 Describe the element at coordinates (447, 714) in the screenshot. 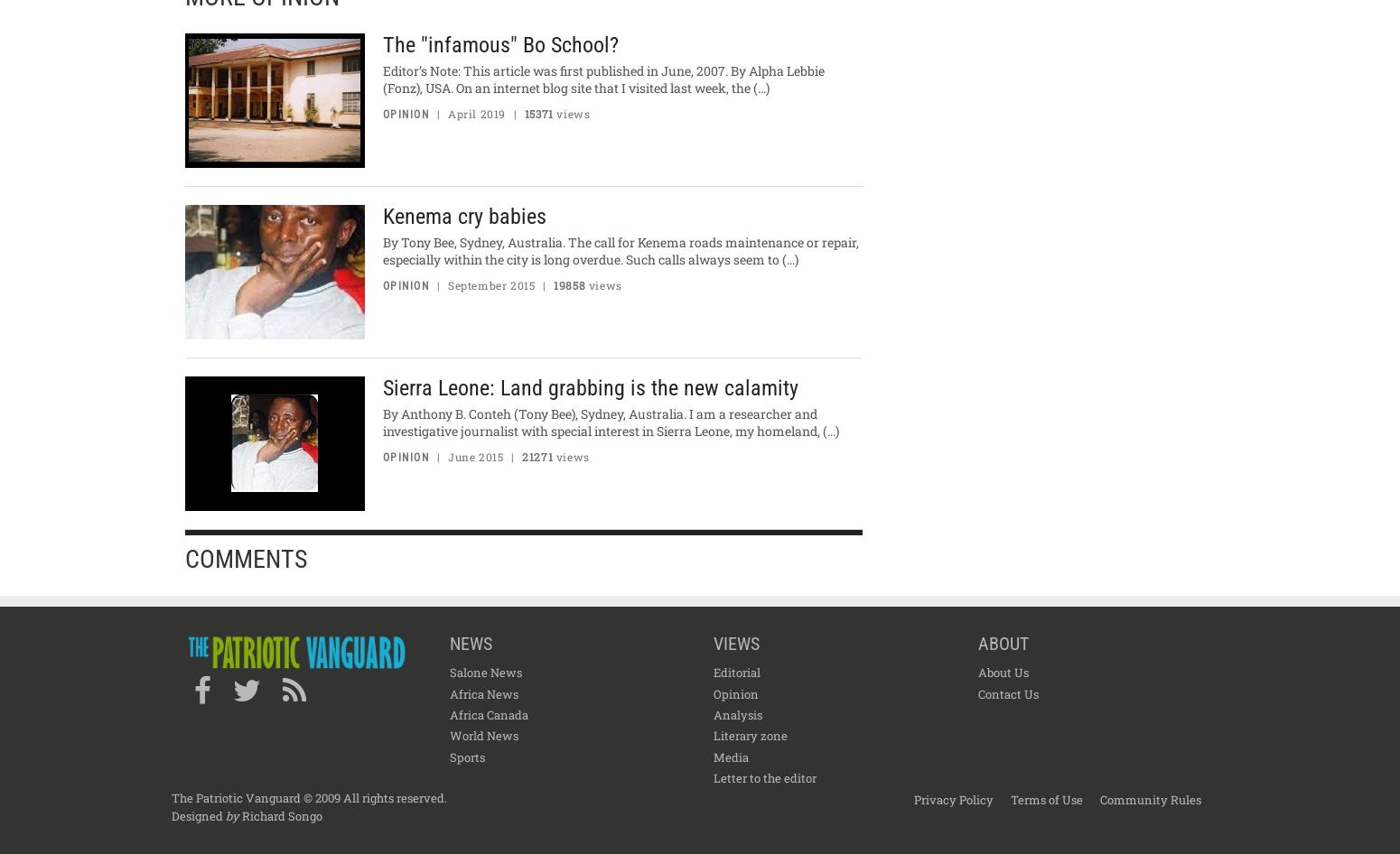

I see `'Africa Canada'` at that location.